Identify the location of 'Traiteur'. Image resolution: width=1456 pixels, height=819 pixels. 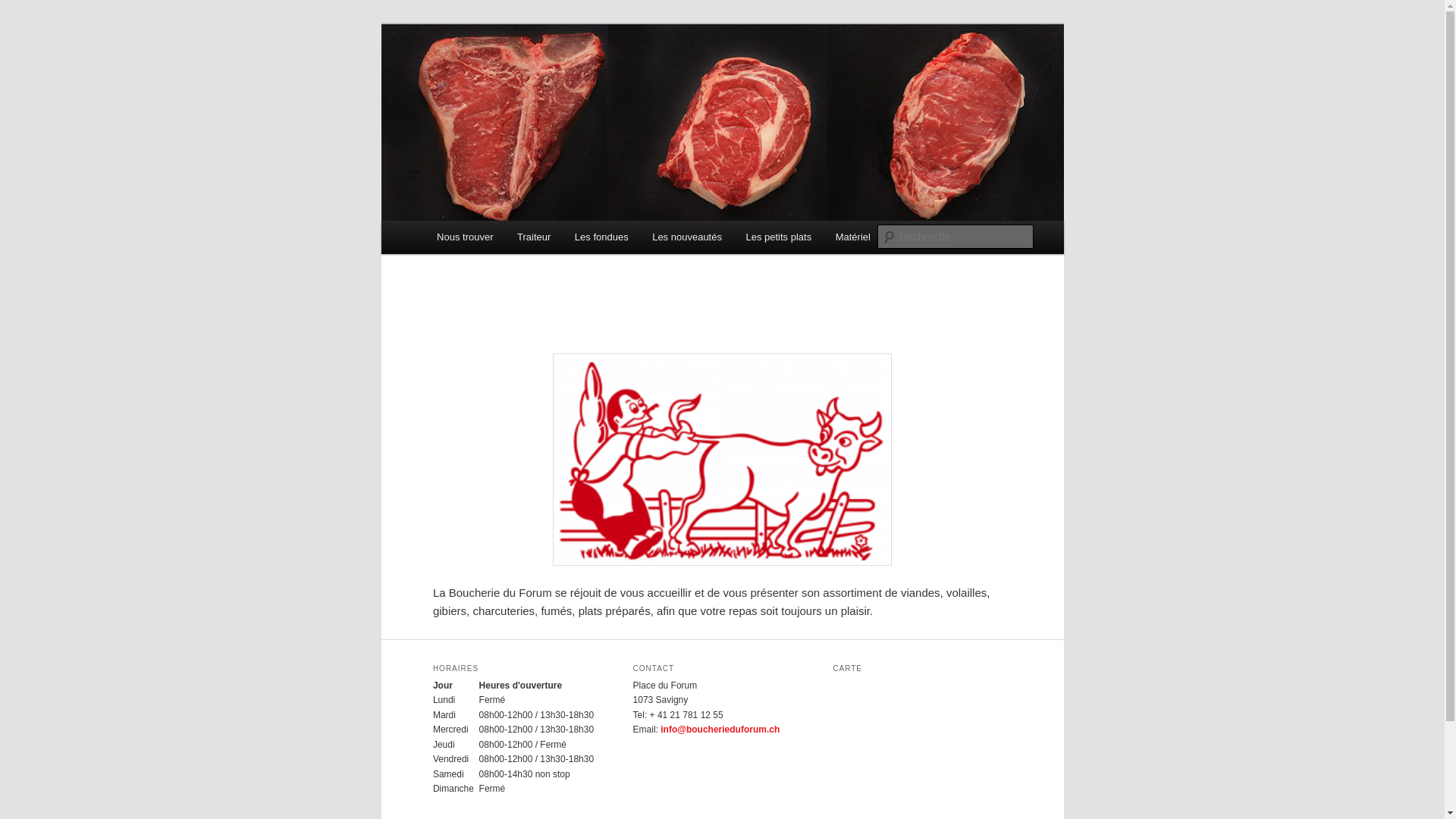
(505, 237).